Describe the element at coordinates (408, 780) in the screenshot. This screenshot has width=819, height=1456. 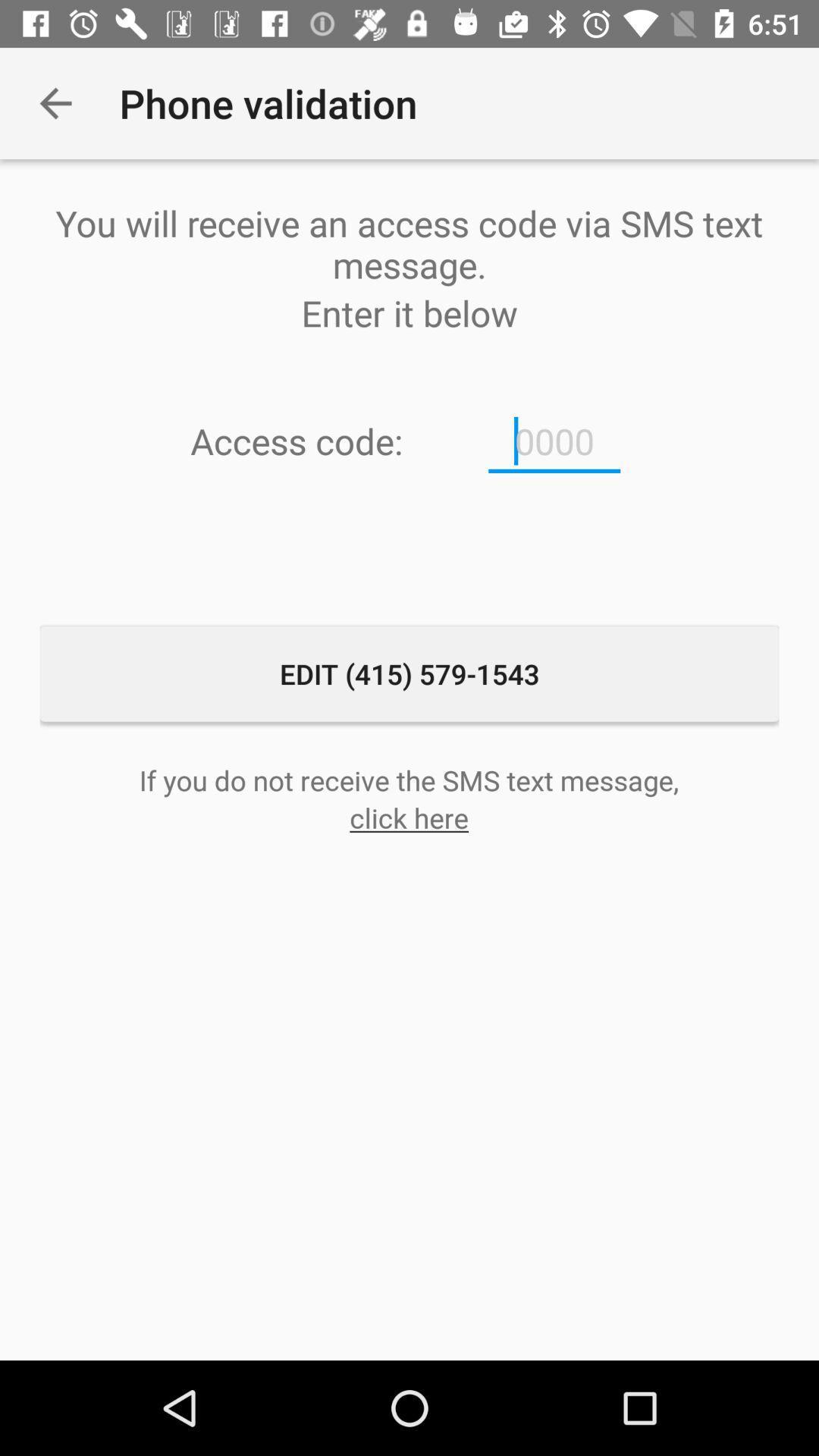
I see `the icon above the click here icon` at that location.